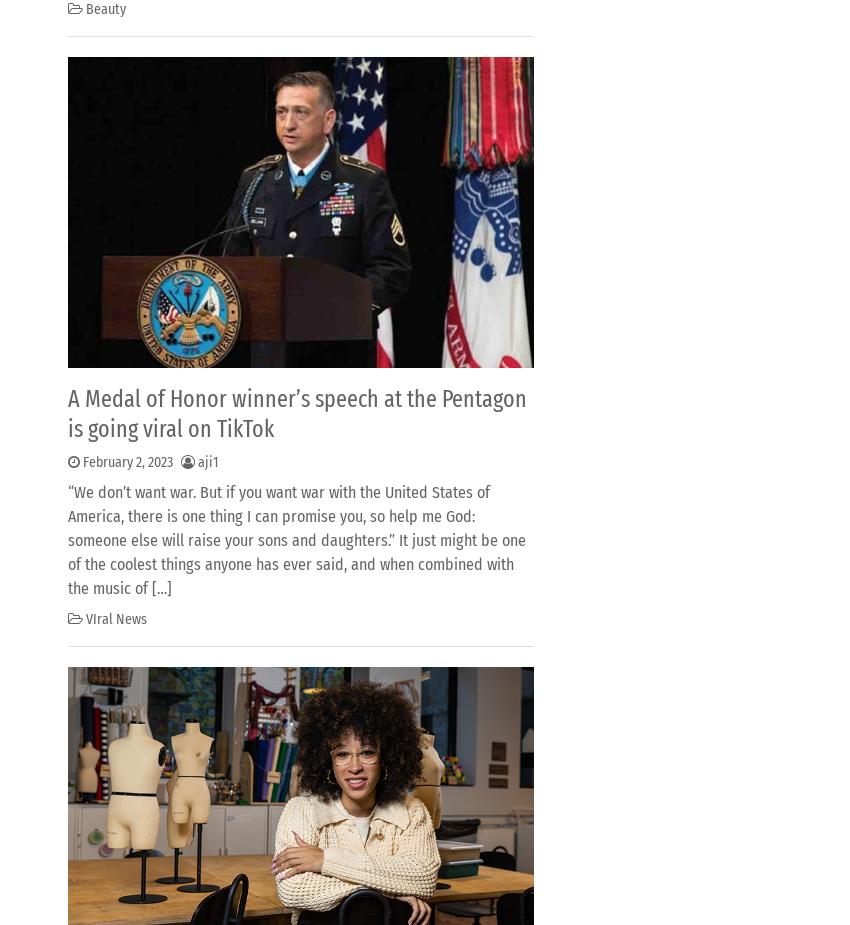 This screenshot has height=925, width=850. I want to click on 'Editor', so click(104, 39).